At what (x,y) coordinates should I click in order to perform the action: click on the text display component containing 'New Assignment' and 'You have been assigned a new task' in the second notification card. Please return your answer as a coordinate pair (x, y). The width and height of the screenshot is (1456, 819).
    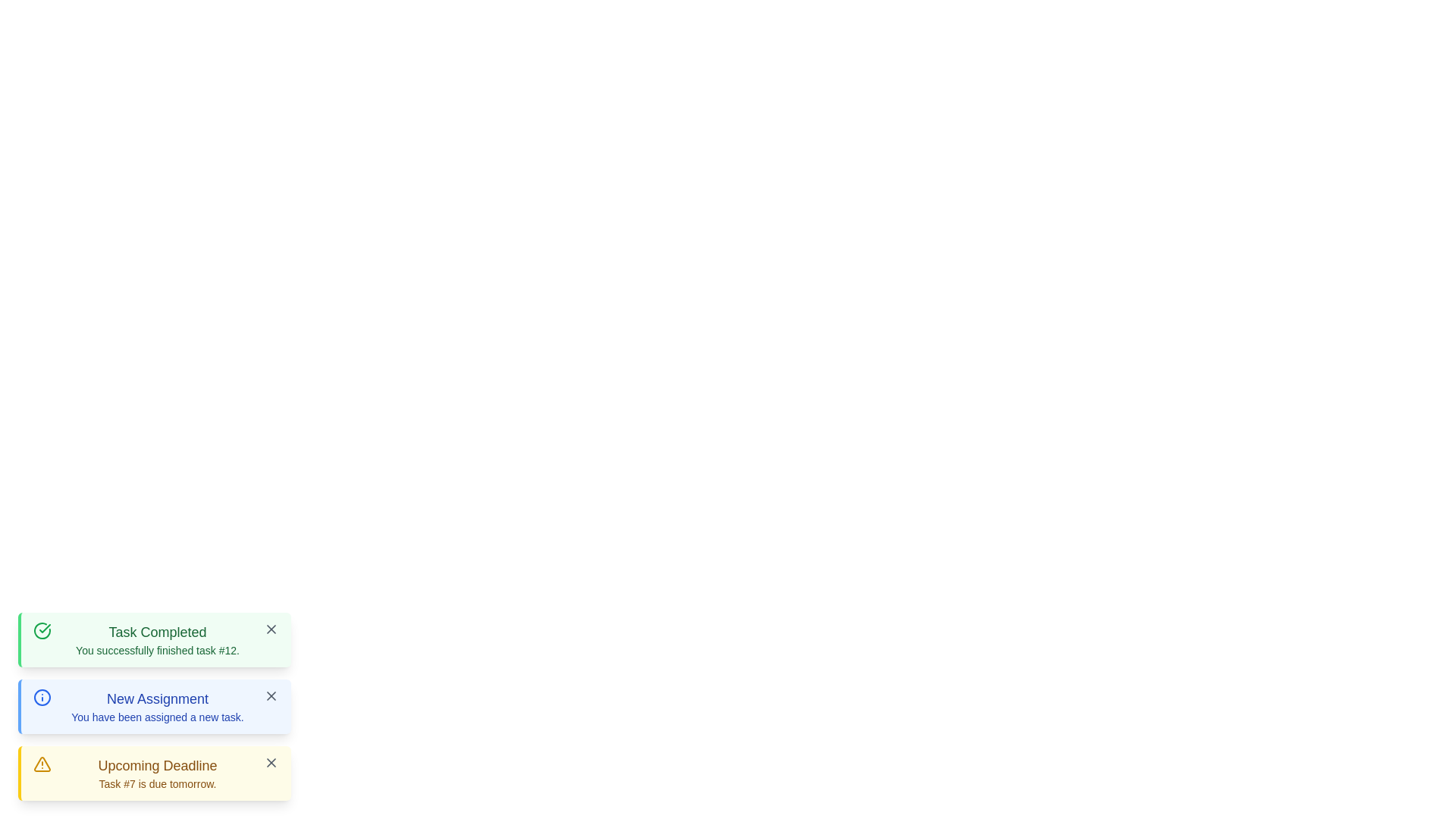
    Looking at the image, I should click on (157, 707).